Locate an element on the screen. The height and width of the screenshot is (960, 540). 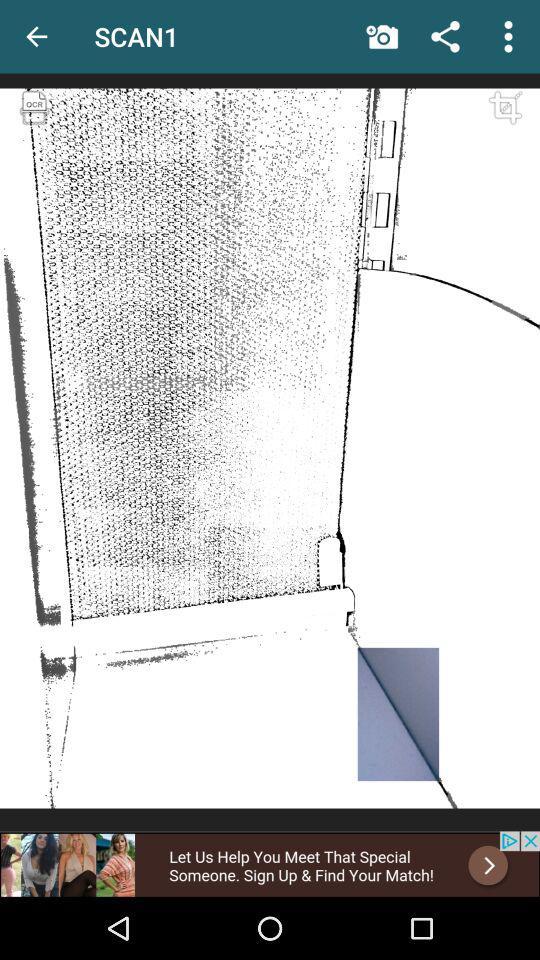
share icon is located at coordinates (445, 35).